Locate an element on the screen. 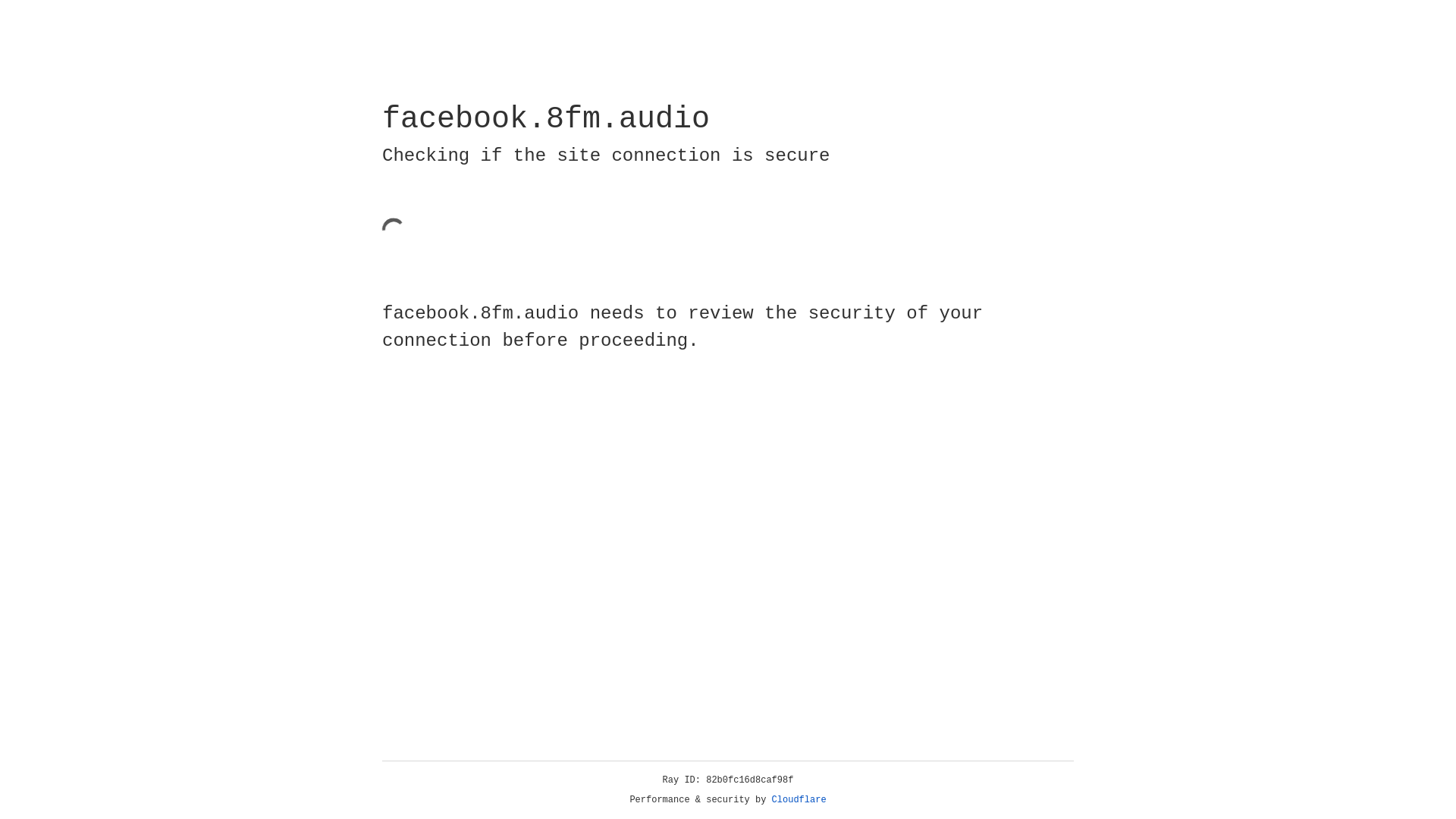 This screenshot has width=1456, height=819. 'Cloudflare' is located at coordinates (799, 799).